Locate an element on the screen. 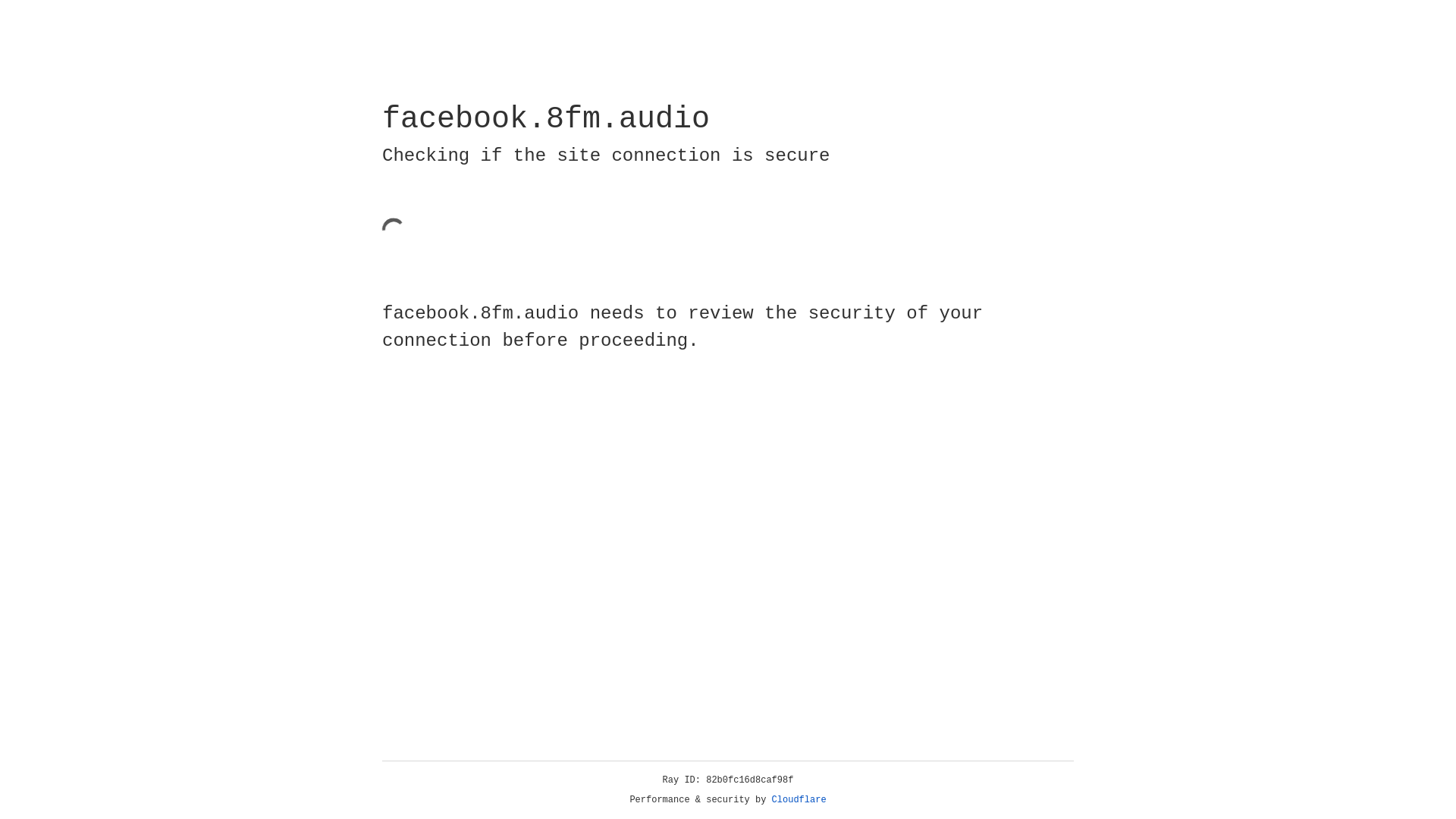 This screenshot has width=1456, height=819. 'Cloudflare' is located at coordinates (799, 799).